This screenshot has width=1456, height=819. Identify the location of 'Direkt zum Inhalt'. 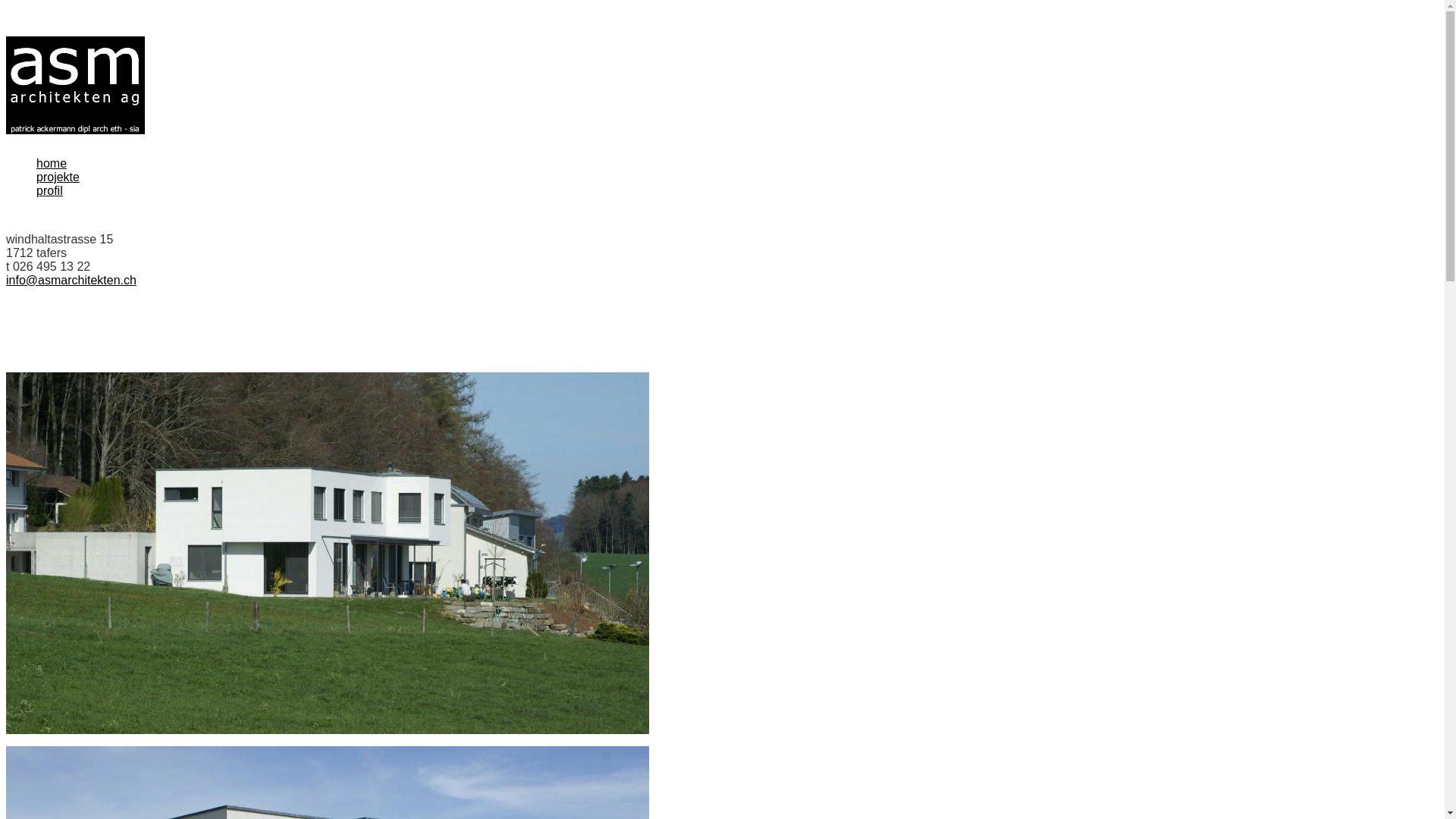
(6, 36).